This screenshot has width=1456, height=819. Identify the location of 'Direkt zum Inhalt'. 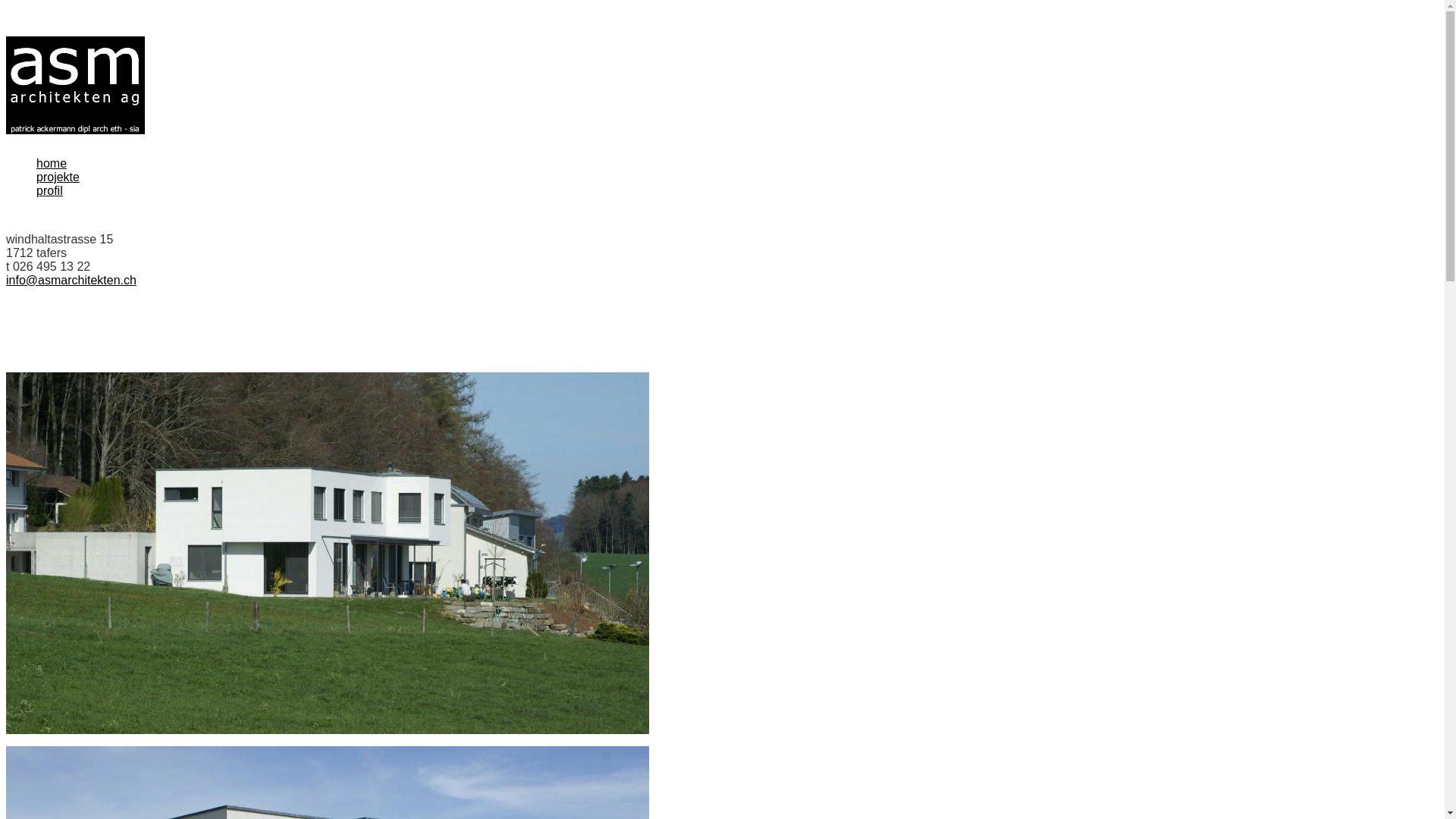
(6, 36).